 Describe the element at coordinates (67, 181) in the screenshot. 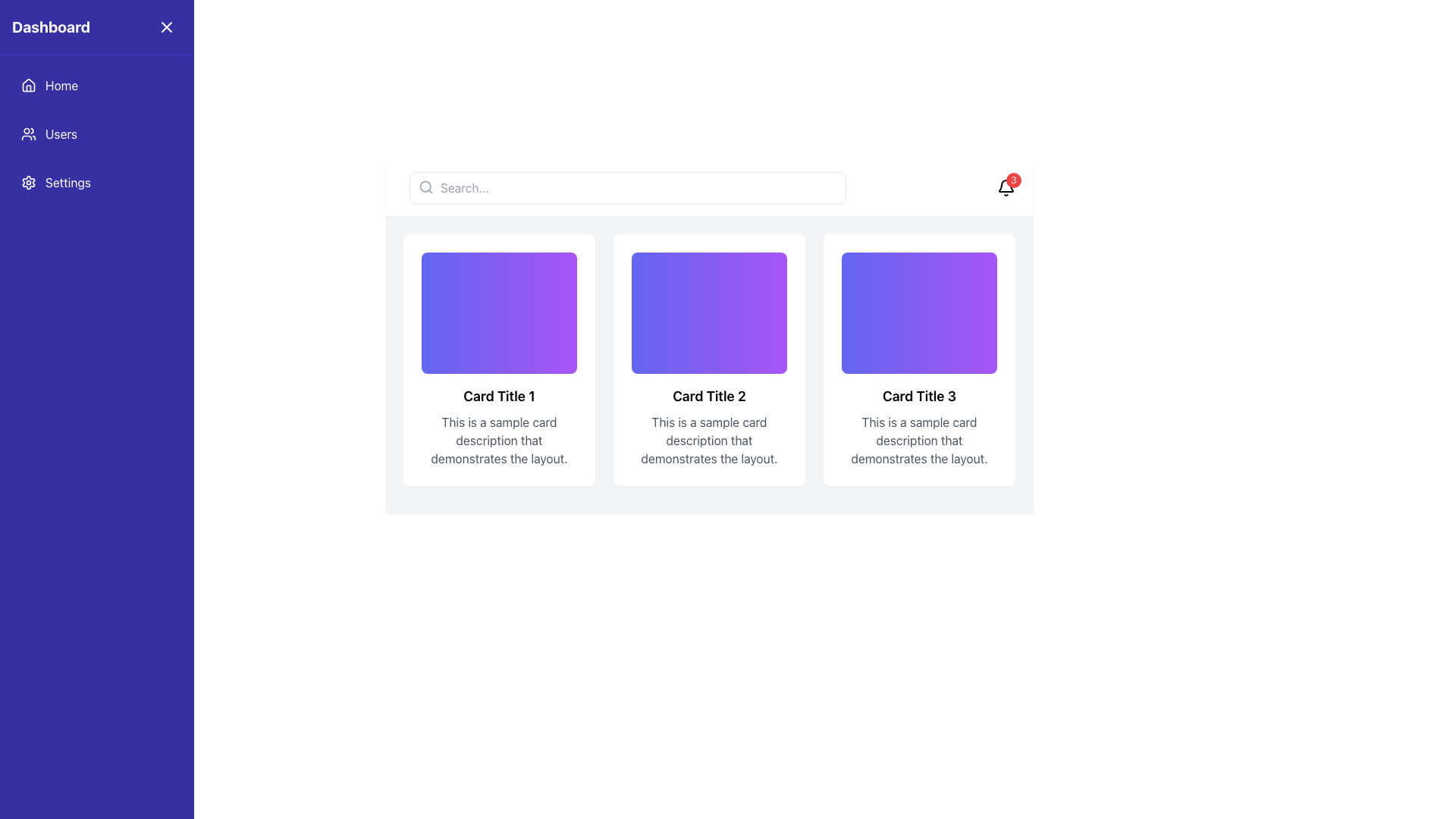

I see `'Settings' navigation label, which is a white sans-serif text on a purple background located in the left navigation bar, third below 'Home' and 'Users'` at that location.